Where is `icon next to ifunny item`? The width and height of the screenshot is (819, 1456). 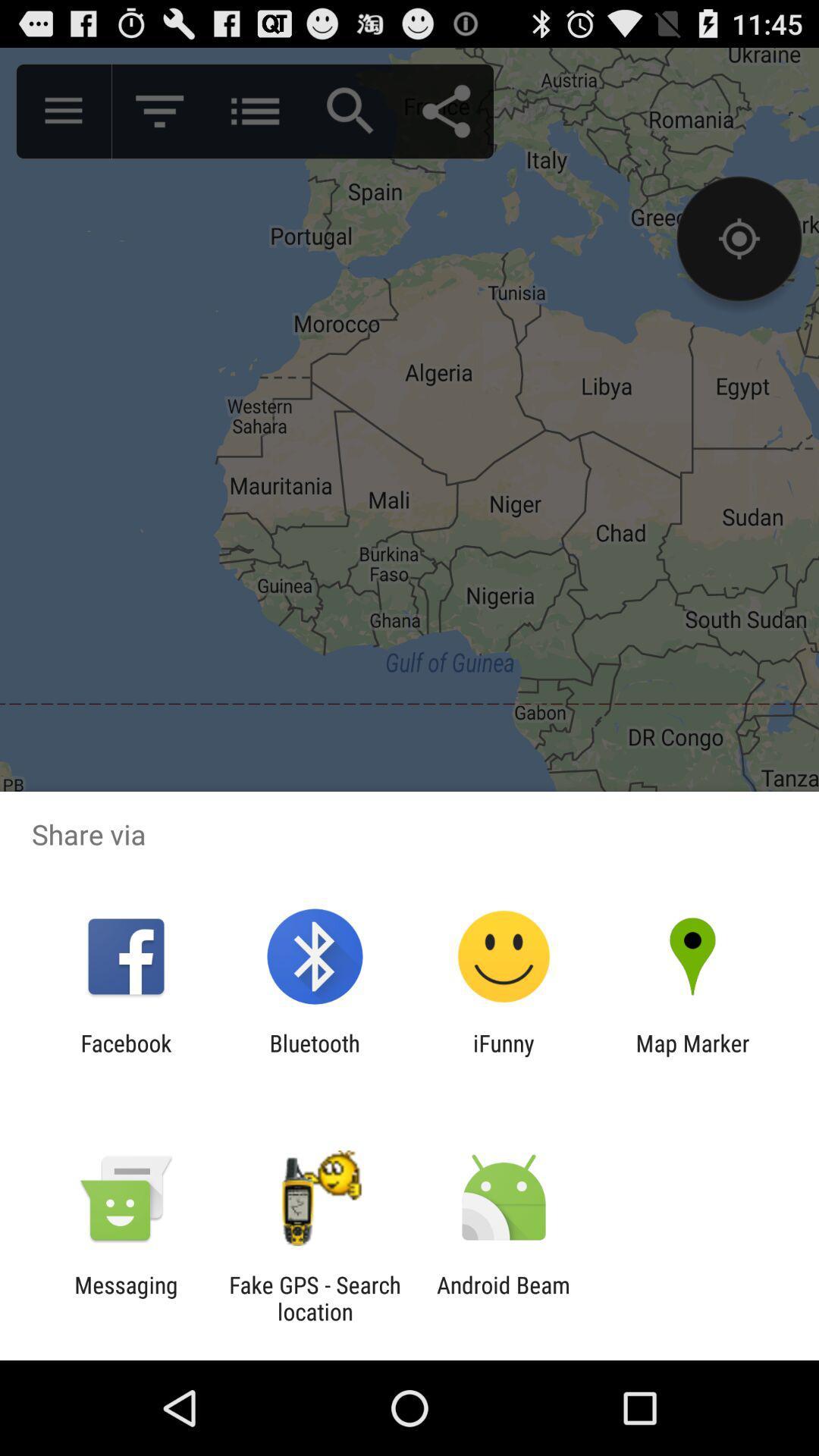
icon next to ifunny item is located at coordinates (692, 1056).